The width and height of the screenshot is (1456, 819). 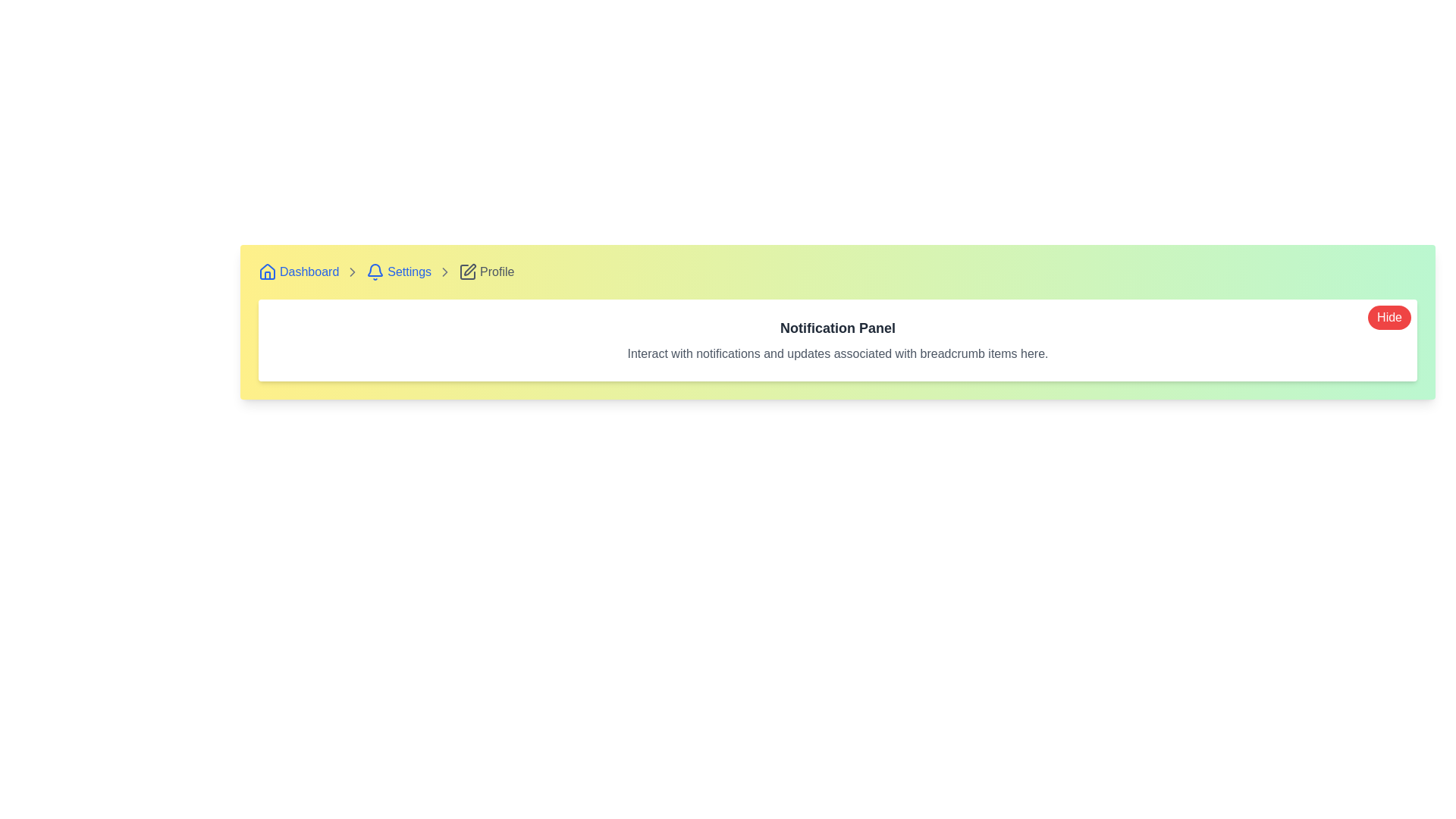 I want to click on the separator icon in the breadcrumb navigation that visually indicates progression between 'Settings' and 'Profile', so click(x=444, y=271).